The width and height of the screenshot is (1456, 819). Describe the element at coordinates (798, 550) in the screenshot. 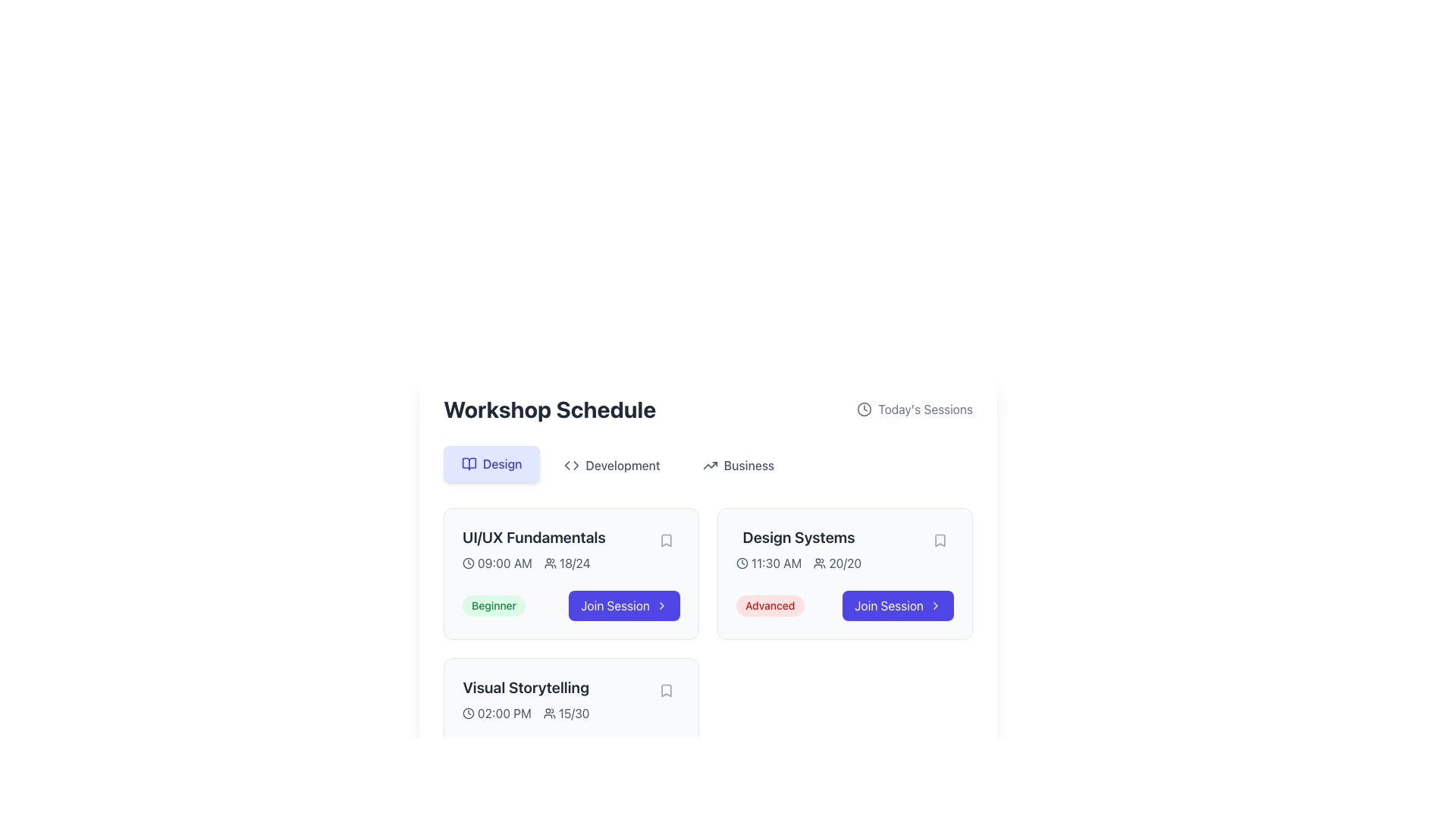

I see `information displayed in the 'Design Systems' card, which includes the time '11:30 AM' and the count '20/20'` at that location.